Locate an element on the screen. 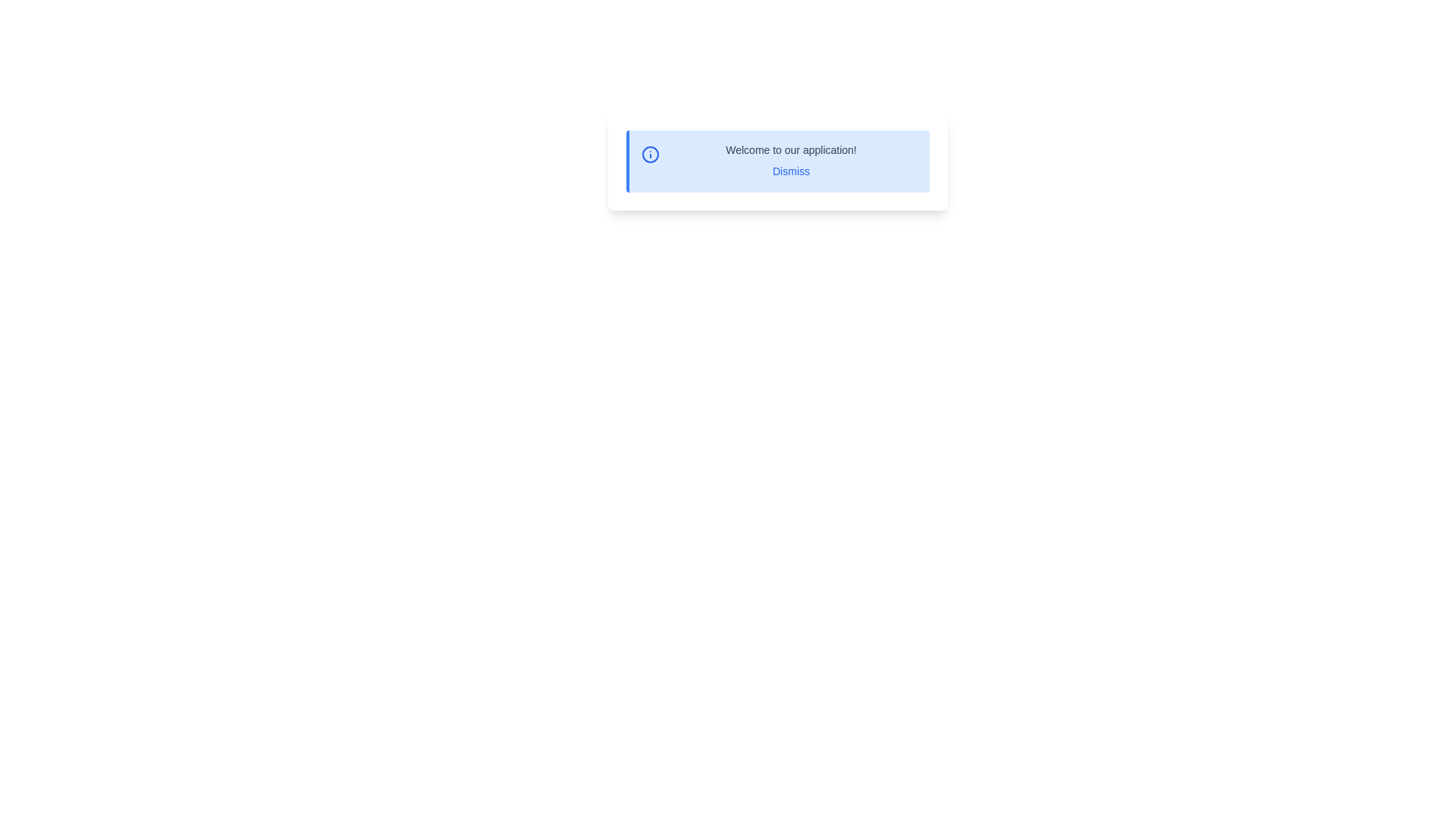 The height and width of the screenshot is (819, 1456). the dismiss button located on the right side of the welcoming message 'Welcome to our application!' is located at coordinates (790, 171).